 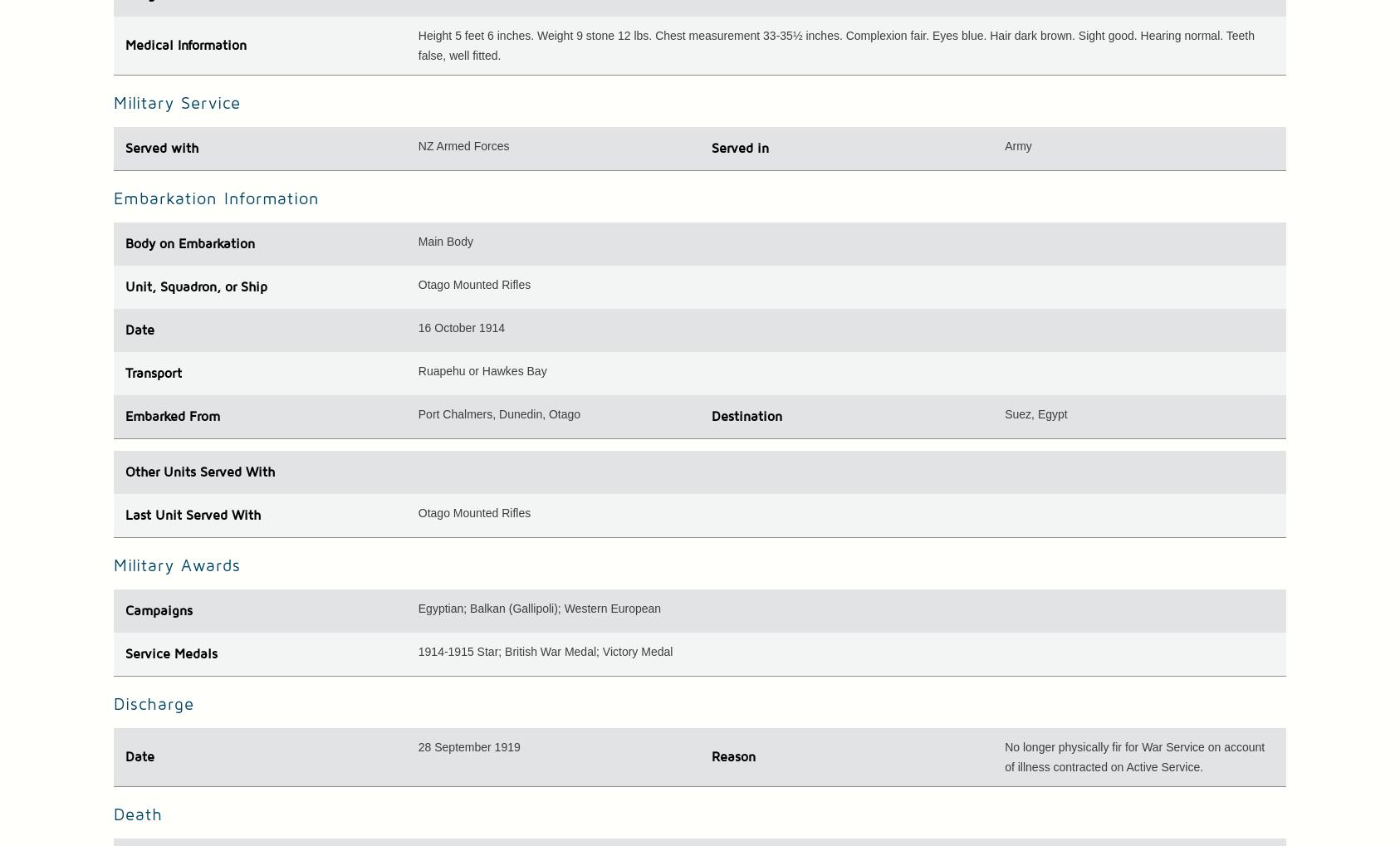 I want to click on 'Body', so click(x=139, y=242).